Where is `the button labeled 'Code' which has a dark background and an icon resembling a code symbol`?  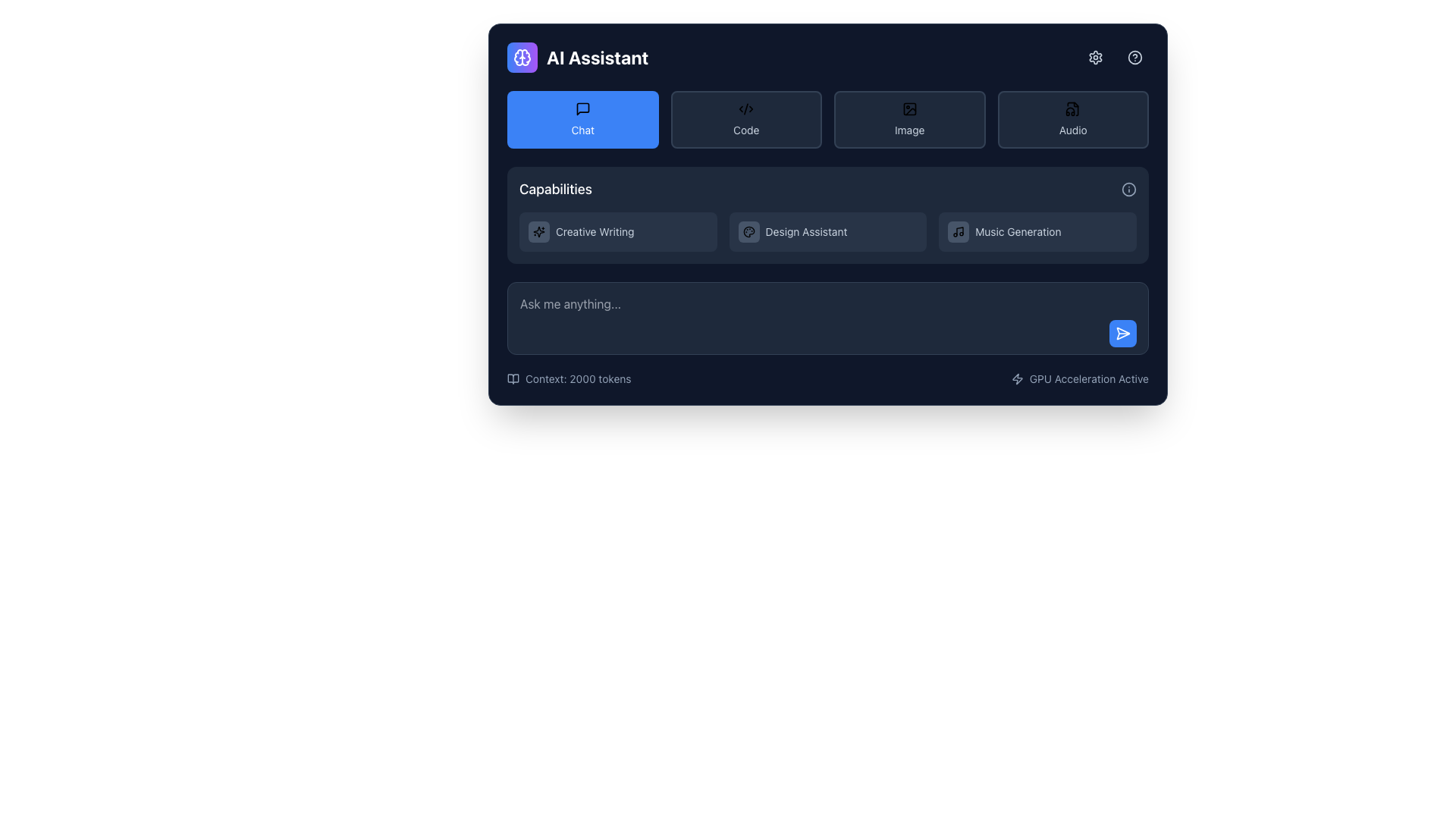 the button labeled 'Code' which has a dark background and an icon resembling a code symbol is located at coordinates (746, 119).